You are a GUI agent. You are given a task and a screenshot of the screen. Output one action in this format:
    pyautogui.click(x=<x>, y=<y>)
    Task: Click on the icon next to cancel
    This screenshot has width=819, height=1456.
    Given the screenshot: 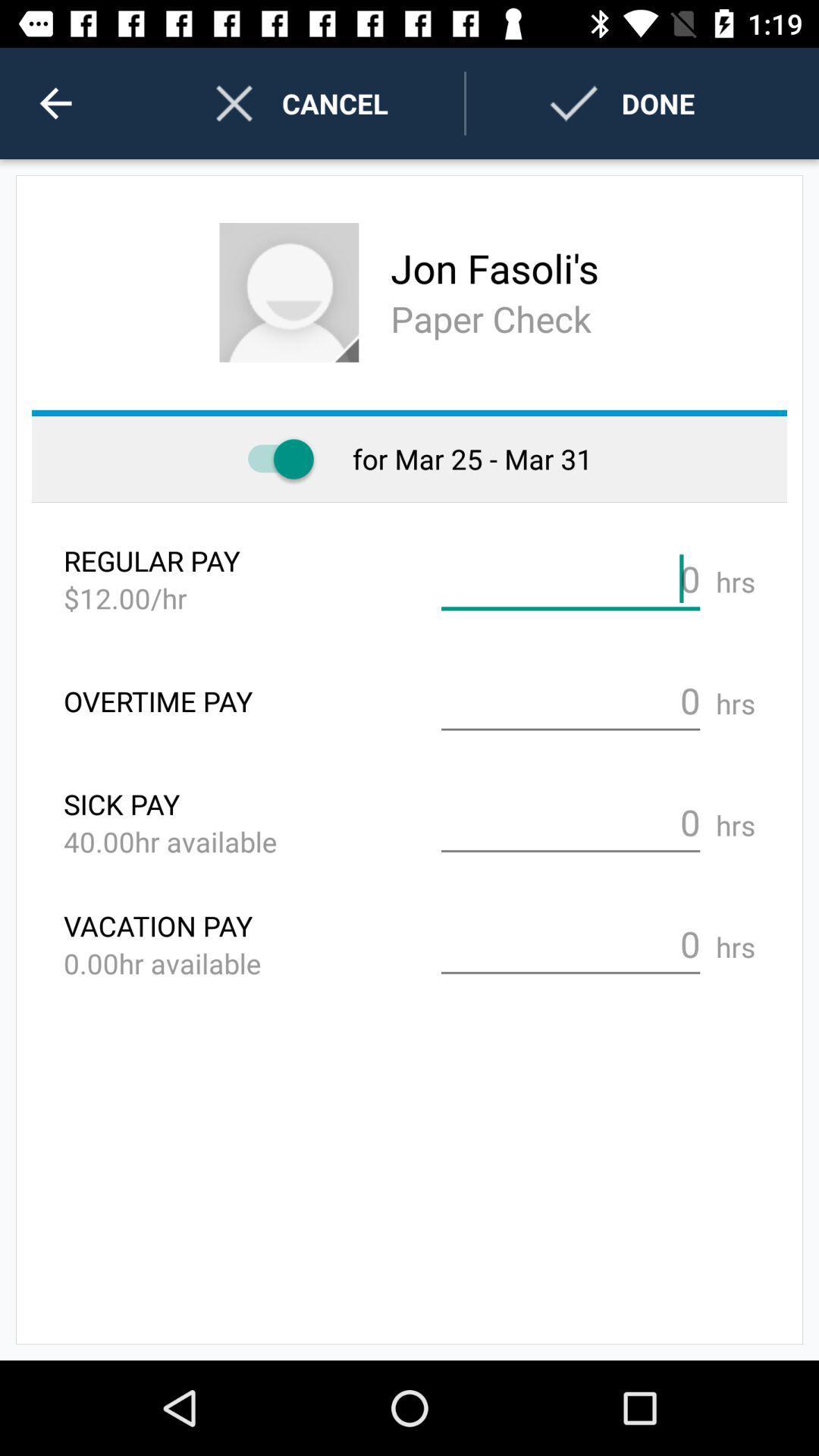 What is the action you would take?
    pyautogui.click(x=55, y=102)
    